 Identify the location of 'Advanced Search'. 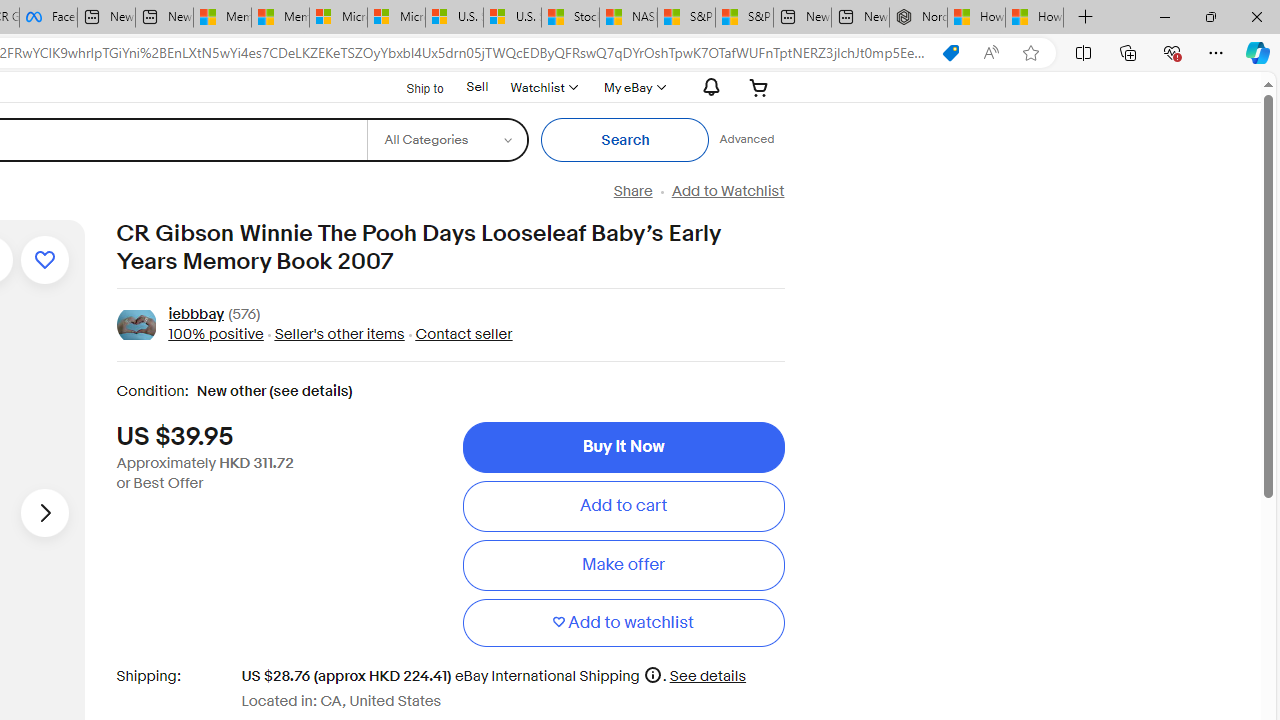
(745, 139).